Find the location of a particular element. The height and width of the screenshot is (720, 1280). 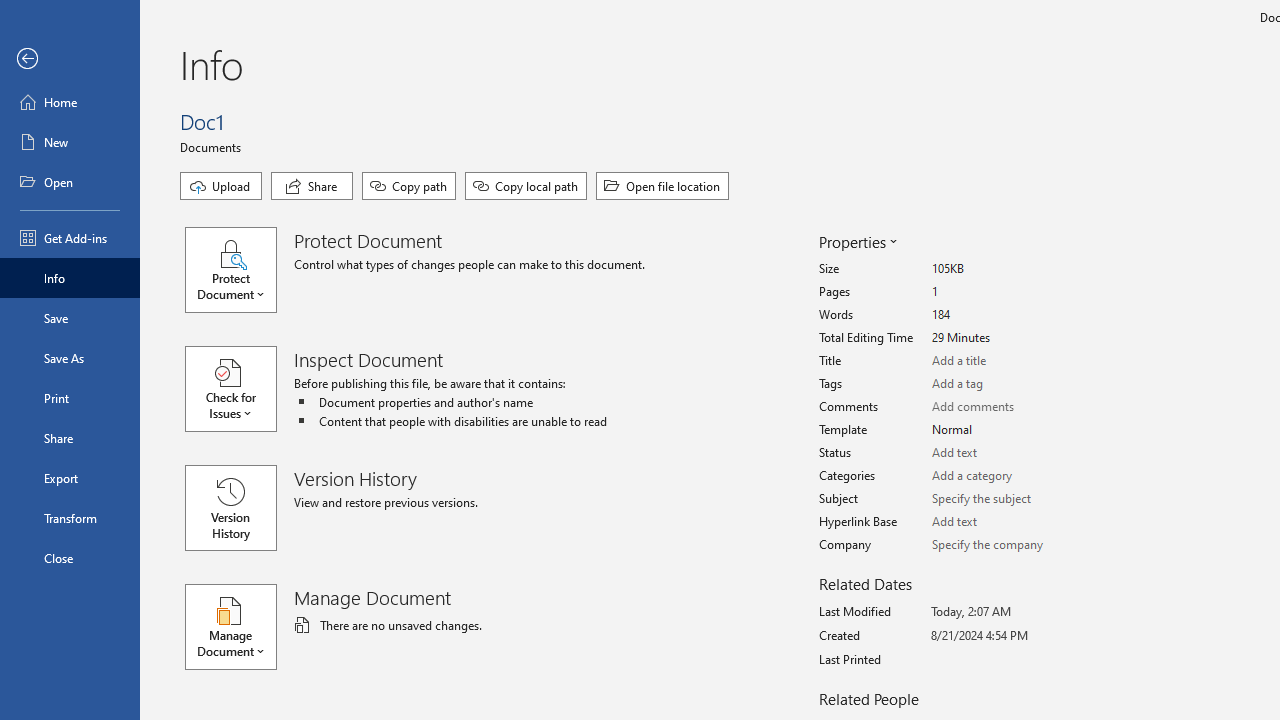

'Check for Issues' is located at coordinates (240, 389).